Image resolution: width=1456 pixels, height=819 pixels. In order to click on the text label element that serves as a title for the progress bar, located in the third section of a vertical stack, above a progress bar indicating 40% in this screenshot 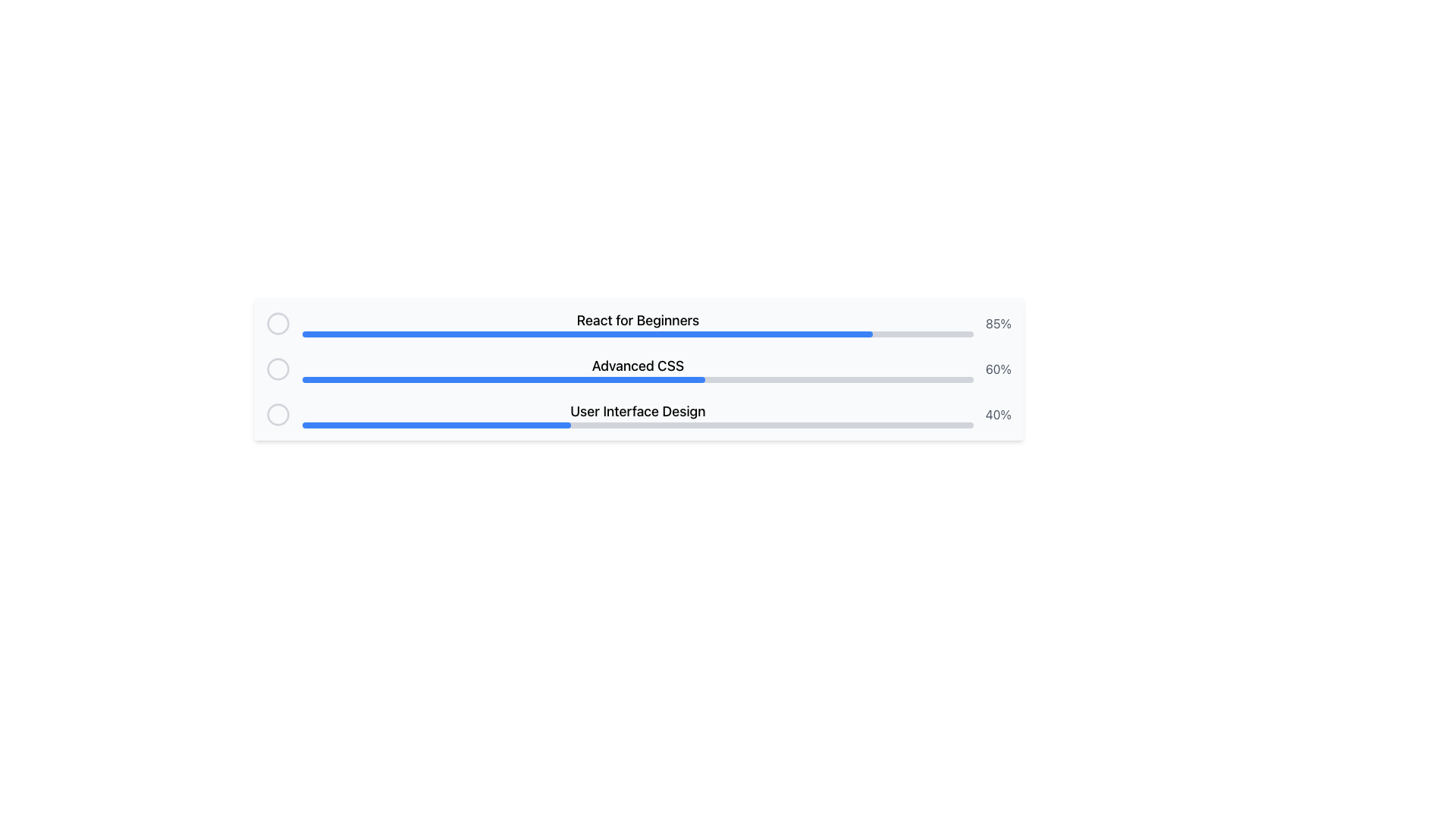, I will do `click(638, 412)`.